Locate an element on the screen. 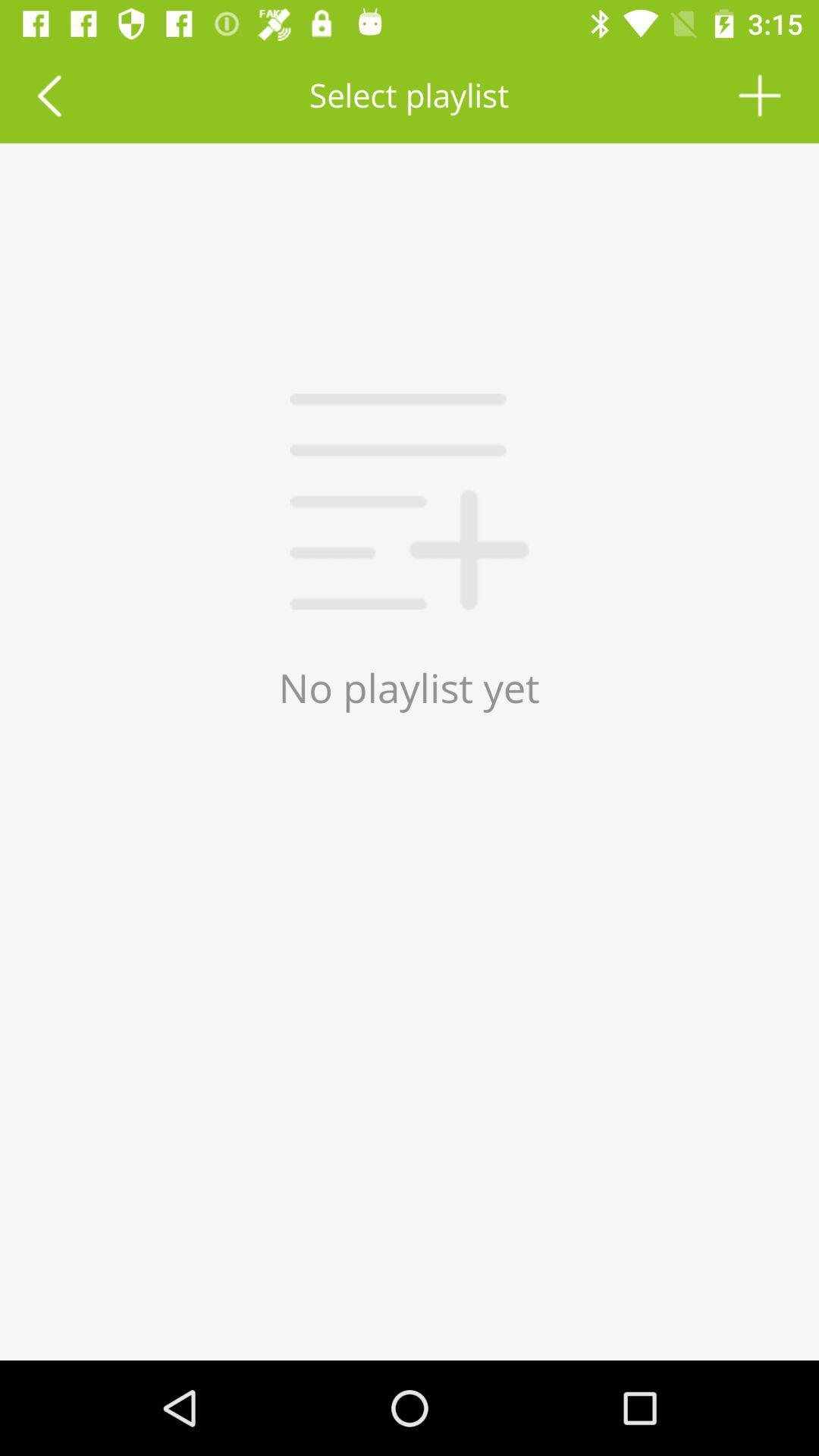  last playlist is located at coordinates (48, 94).